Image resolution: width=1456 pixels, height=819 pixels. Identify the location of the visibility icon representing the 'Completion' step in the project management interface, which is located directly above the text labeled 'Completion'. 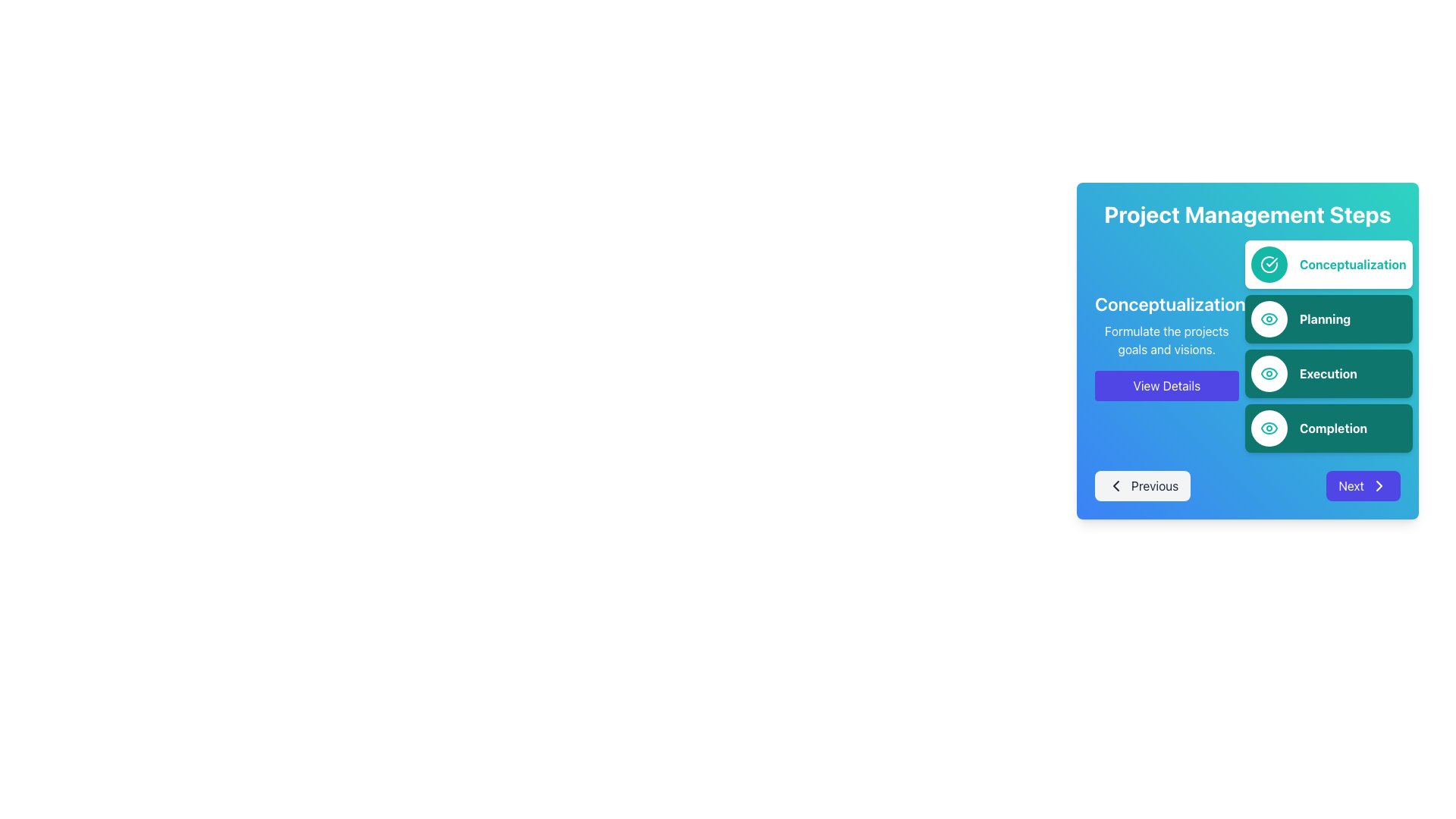
(1269, 428).